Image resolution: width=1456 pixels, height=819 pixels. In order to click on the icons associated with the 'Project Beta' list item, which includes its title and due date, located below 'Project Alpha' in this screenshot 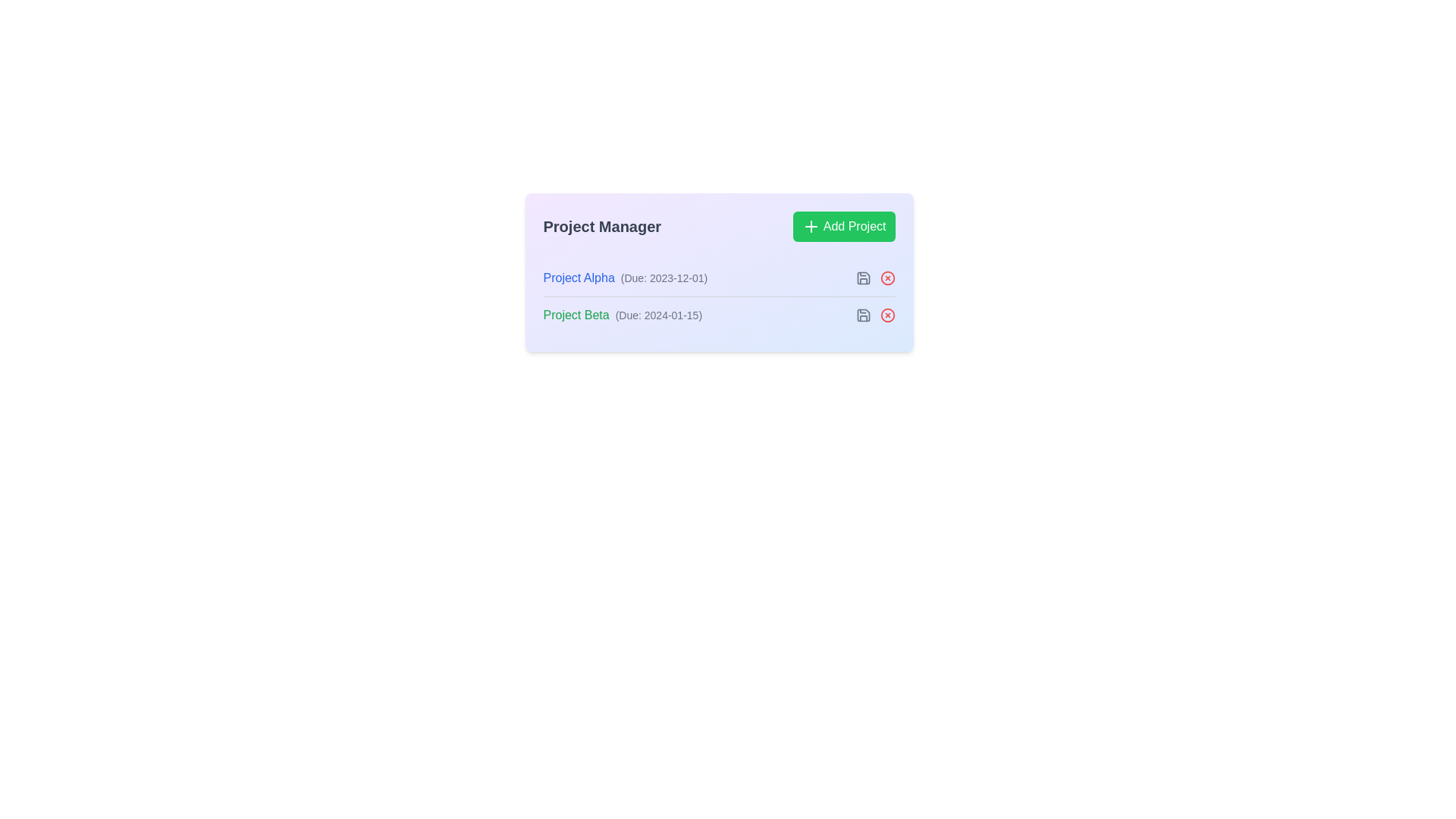, I will do `click(718, 314)`.